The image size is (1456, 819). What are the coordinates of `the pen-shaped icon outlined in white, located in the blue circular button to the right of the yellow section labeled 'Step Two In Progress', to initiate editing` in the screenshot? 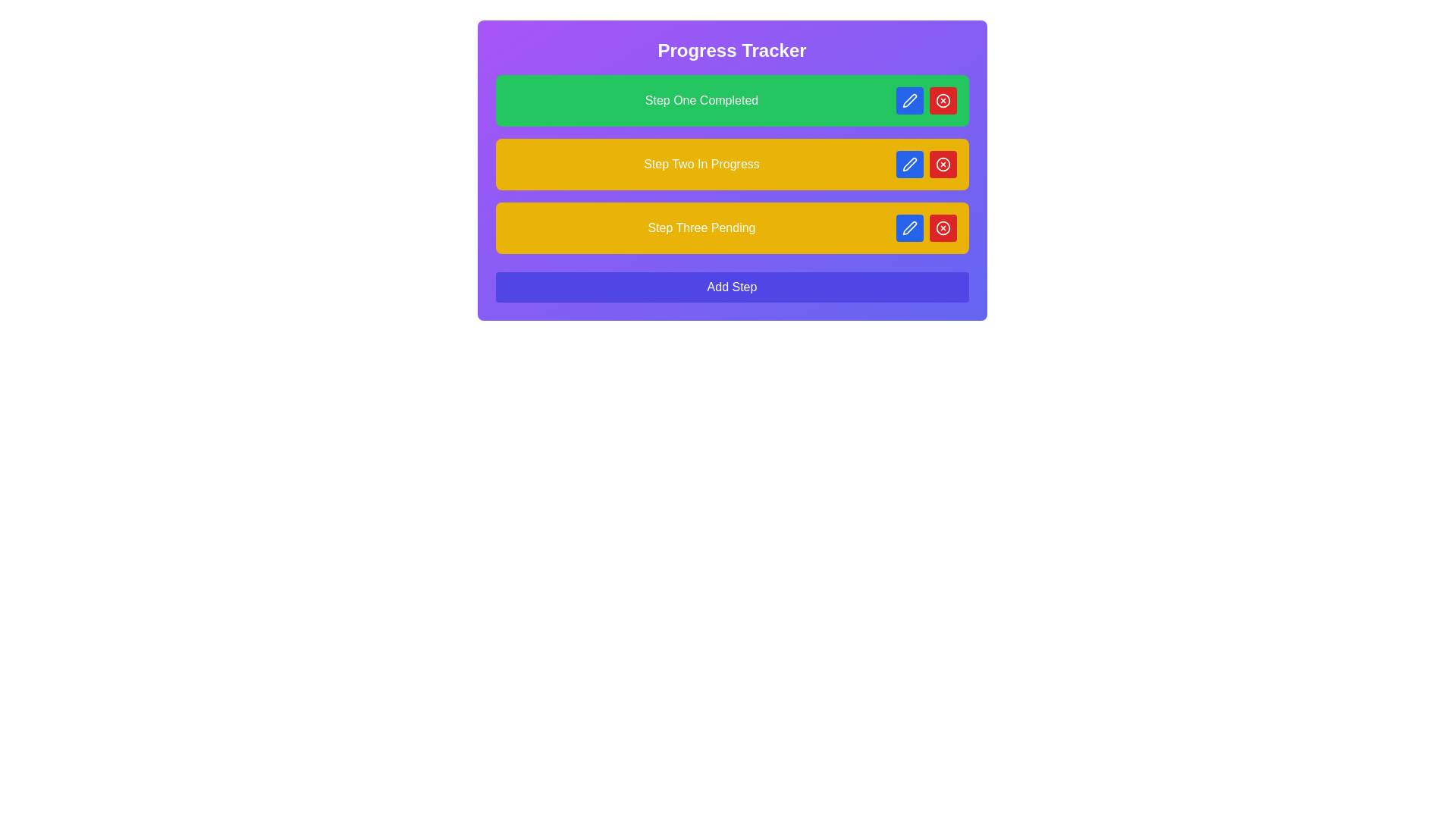 It's located at (909, 164).